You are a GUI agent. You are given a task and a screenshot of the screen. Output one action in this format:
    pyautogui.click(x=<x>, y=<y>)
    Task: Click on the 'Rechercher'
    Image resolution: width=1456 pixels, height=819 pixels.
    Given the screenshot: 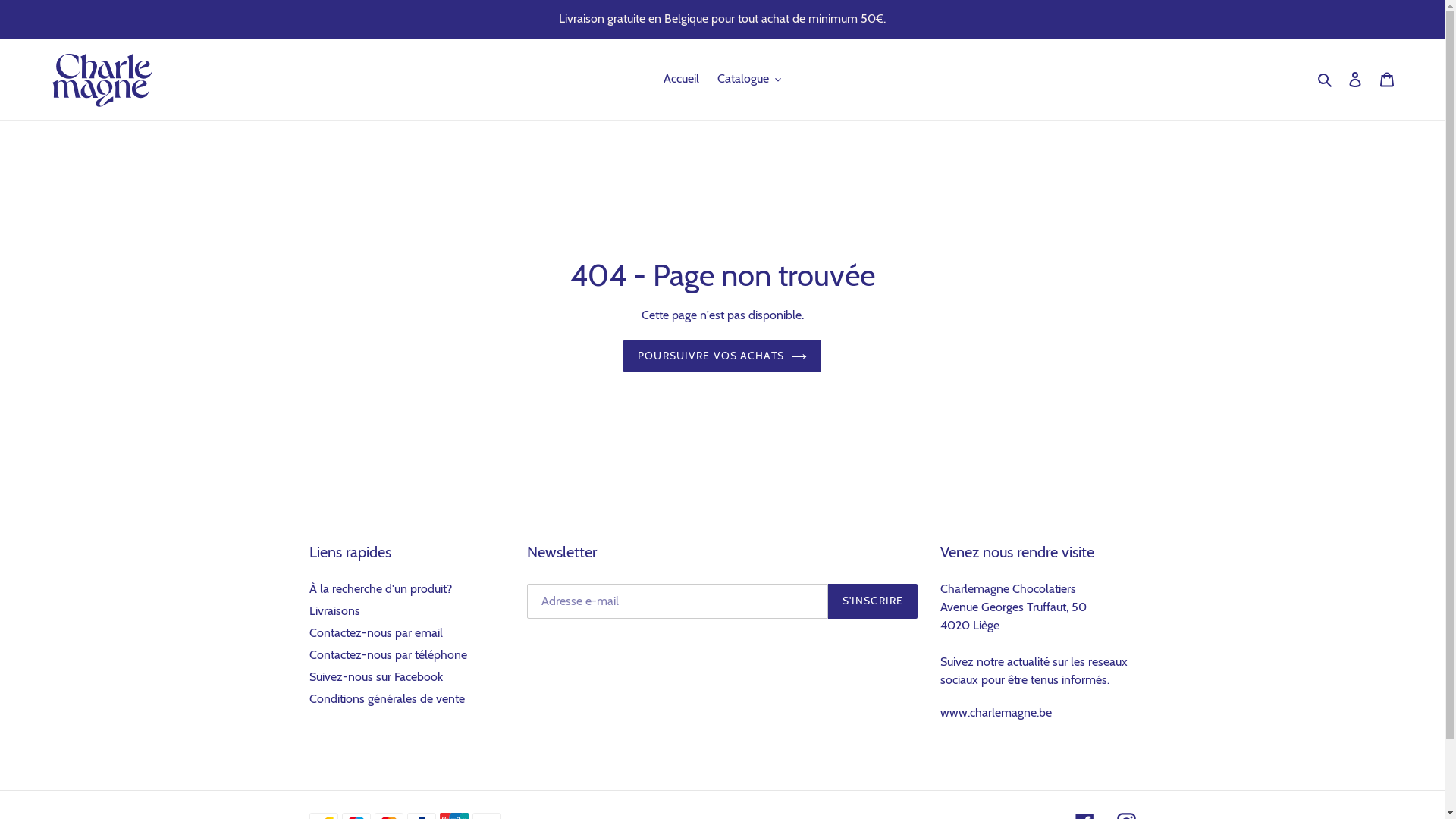 What is the action you would take?
    pyautogui.click(x=1325, y=79)
    